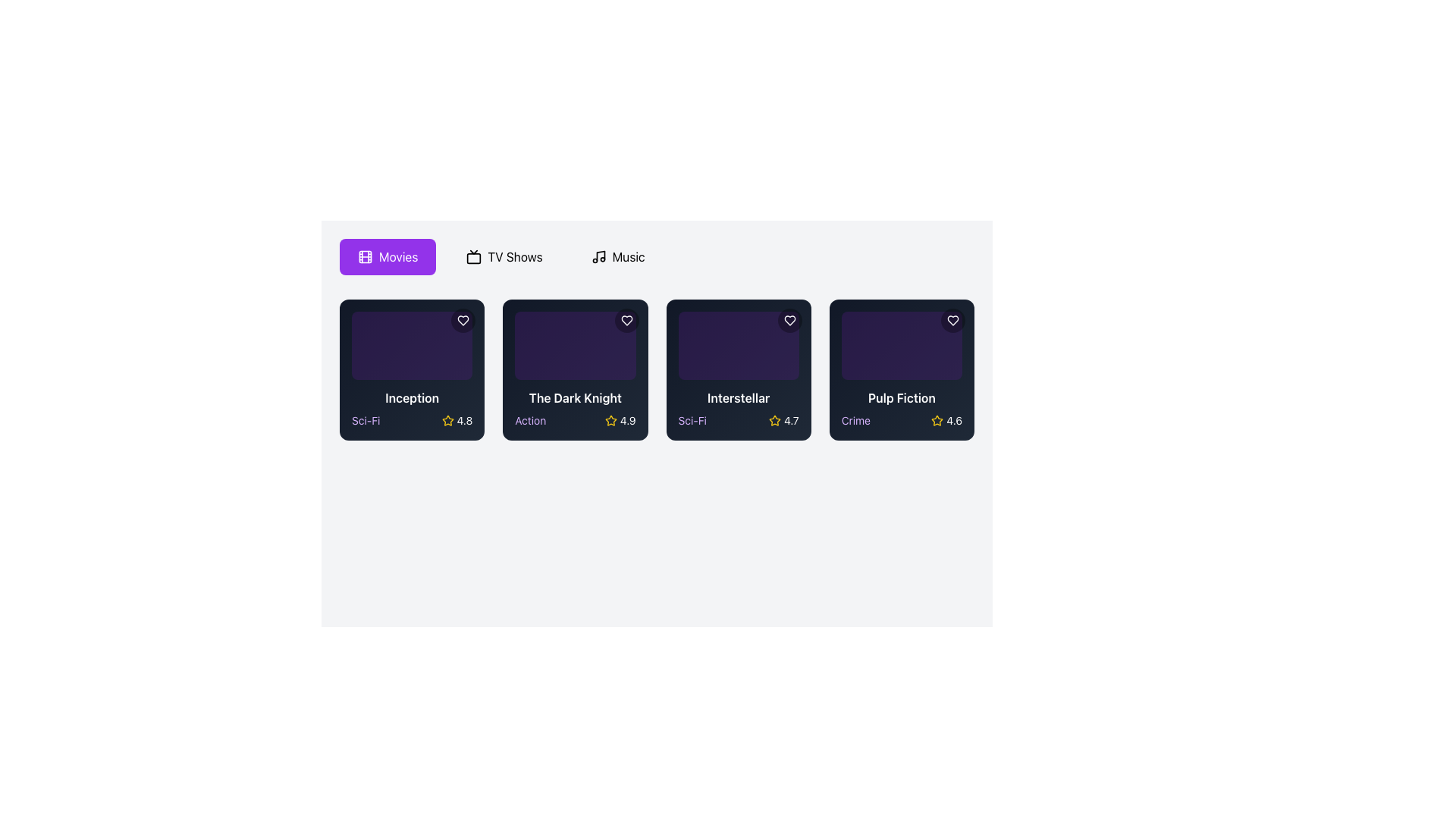  Describe the element at coordinates (620, 420) in the screenshot. I see `the Rating indicator element displaying a yellow star icon and the numeric value '4.9' for the movie 'The Dark Knight'` at that location.